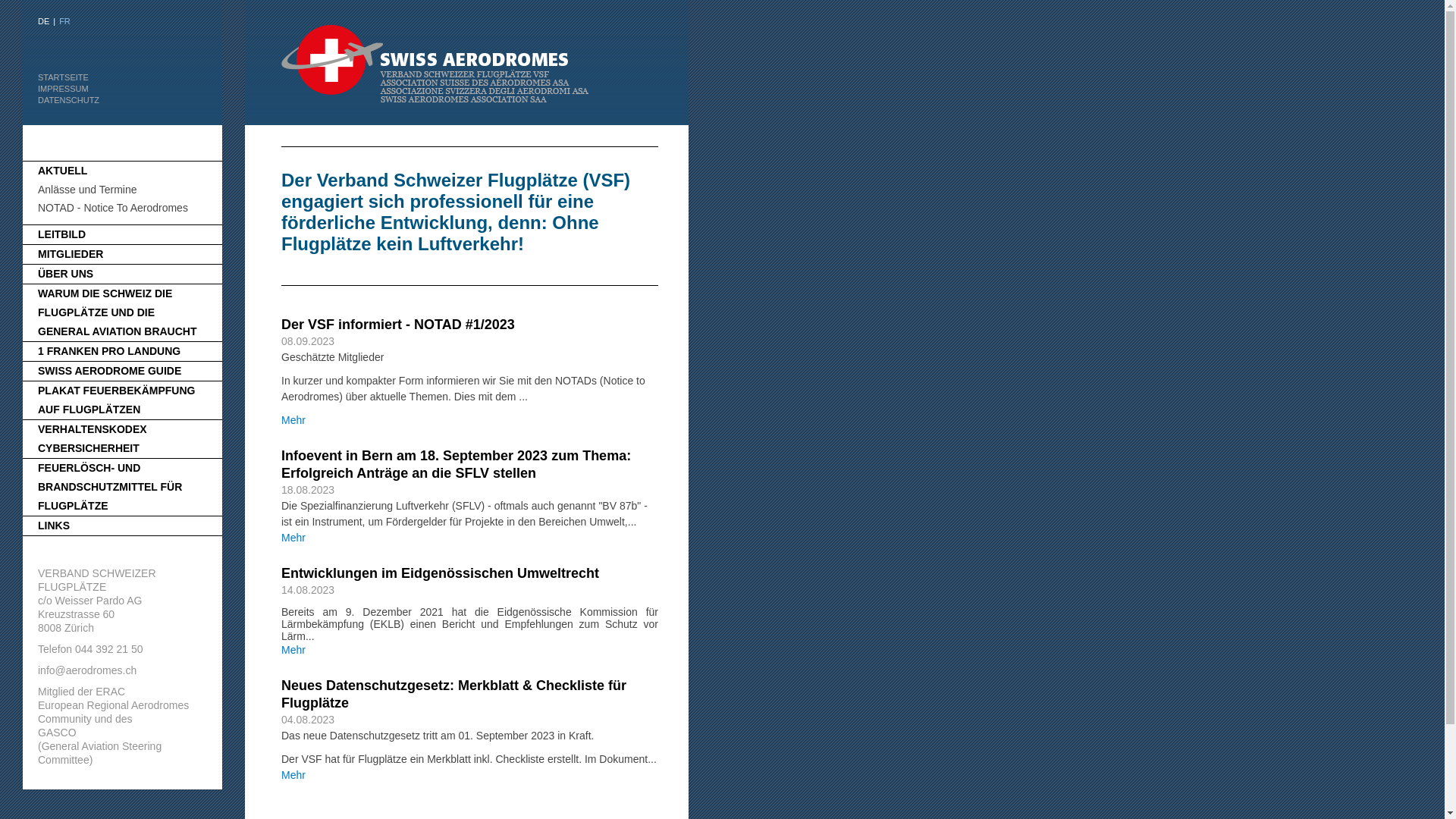 This screenshot has height=819, width=1456. I want to click on 'DE', so click(43, 20).